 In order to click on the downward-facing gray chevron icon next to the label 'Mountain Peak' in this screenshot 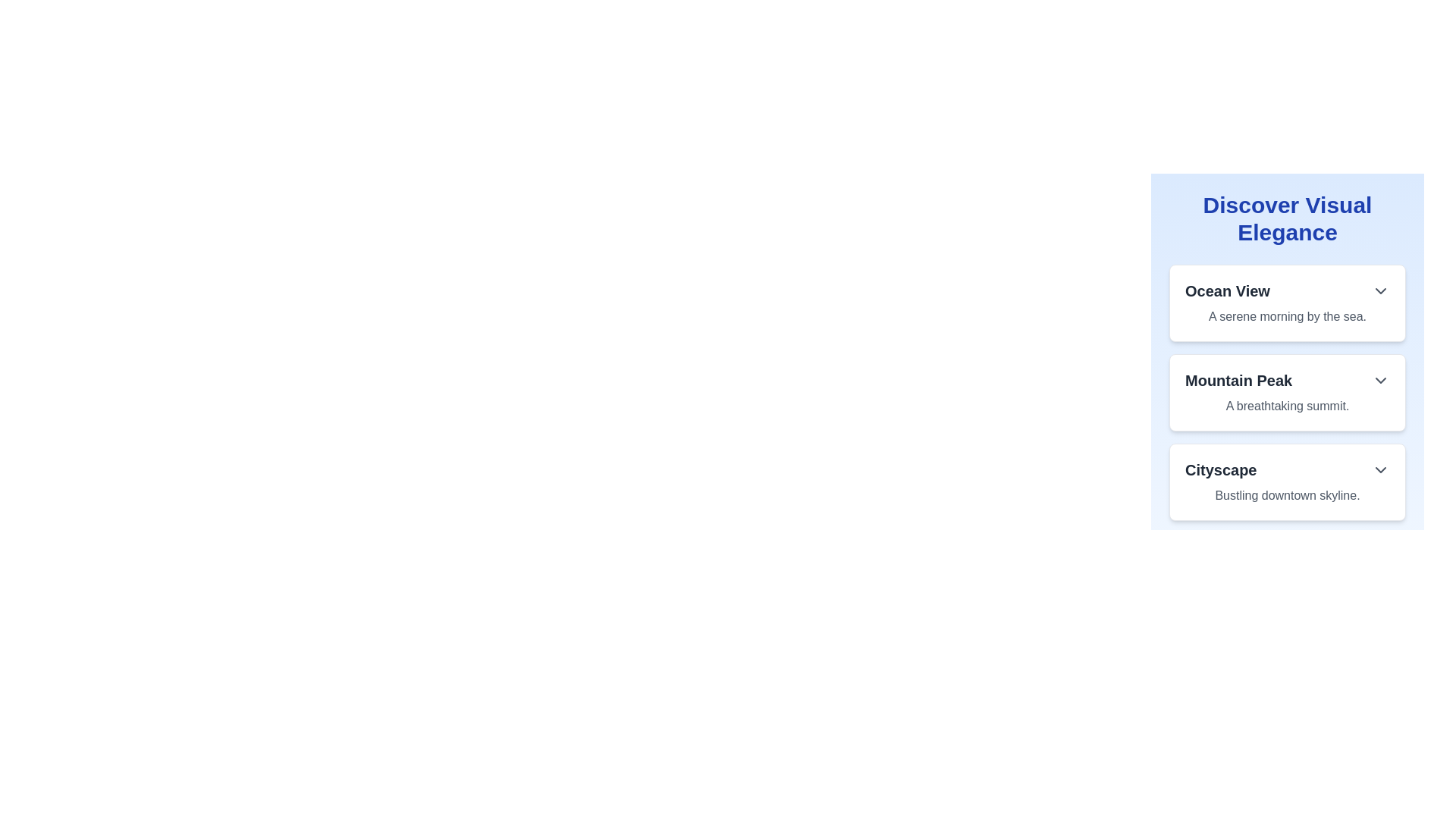, I will do `click(1380, 379)`.